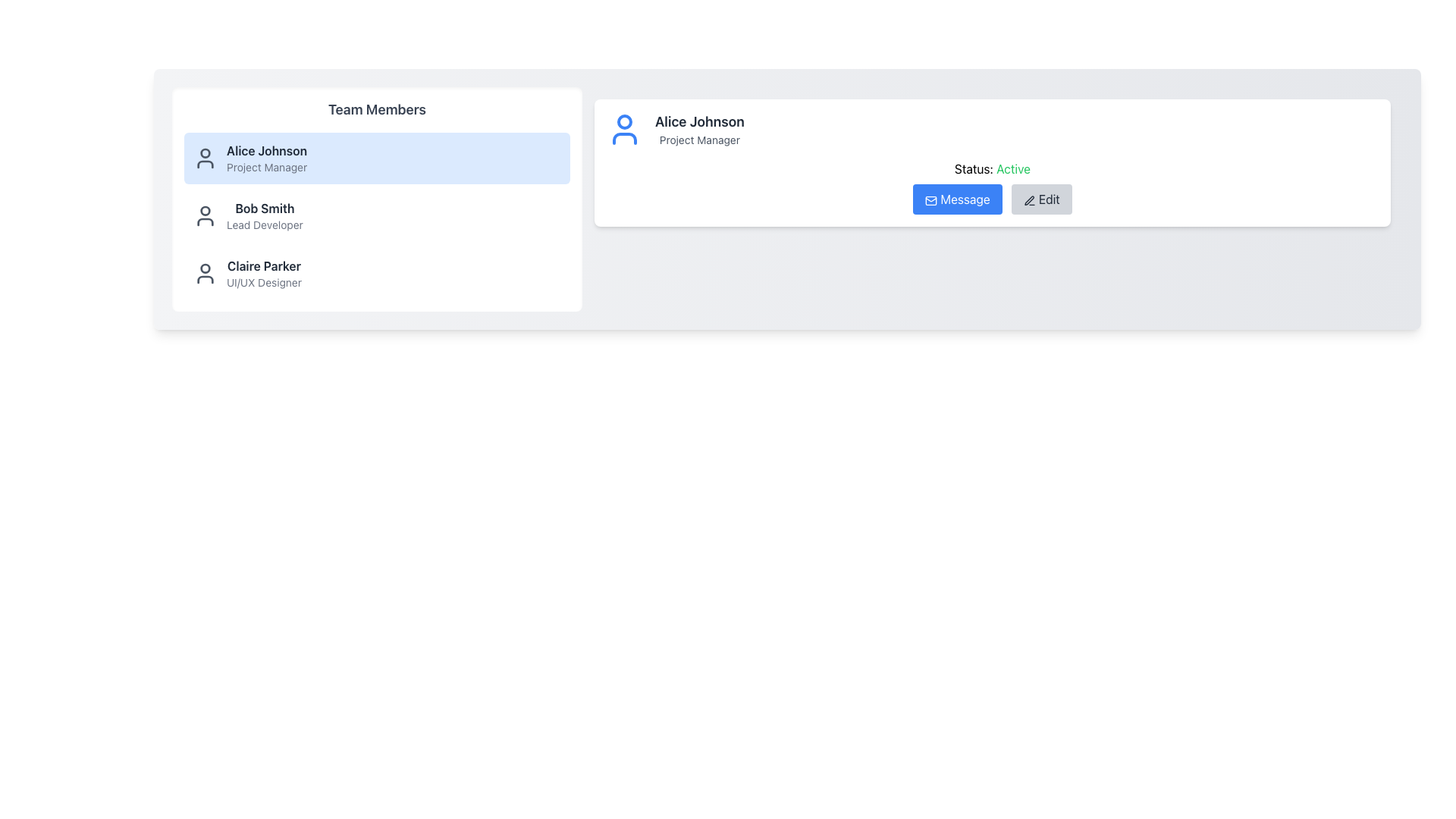  What do you see at coordinates (377, 274) in the screenshot?
I see `the list item representing user 'Claire Parker', a UI/UX Designer, located in the 'Team Members' section` at bounding box center [377, 274].